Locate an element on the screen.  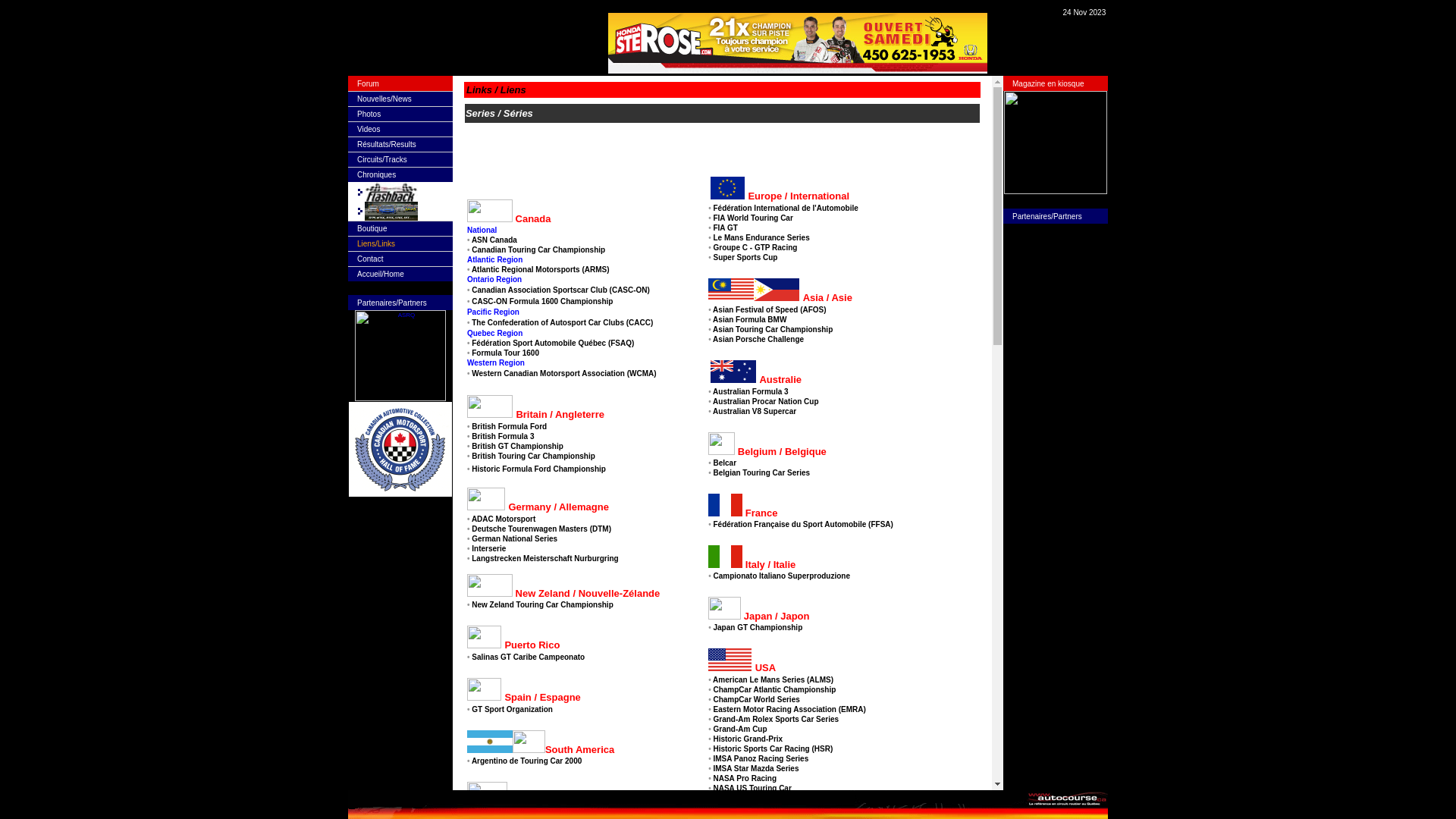
'Circuits/Tracks' is located at coordinates (382, 159).